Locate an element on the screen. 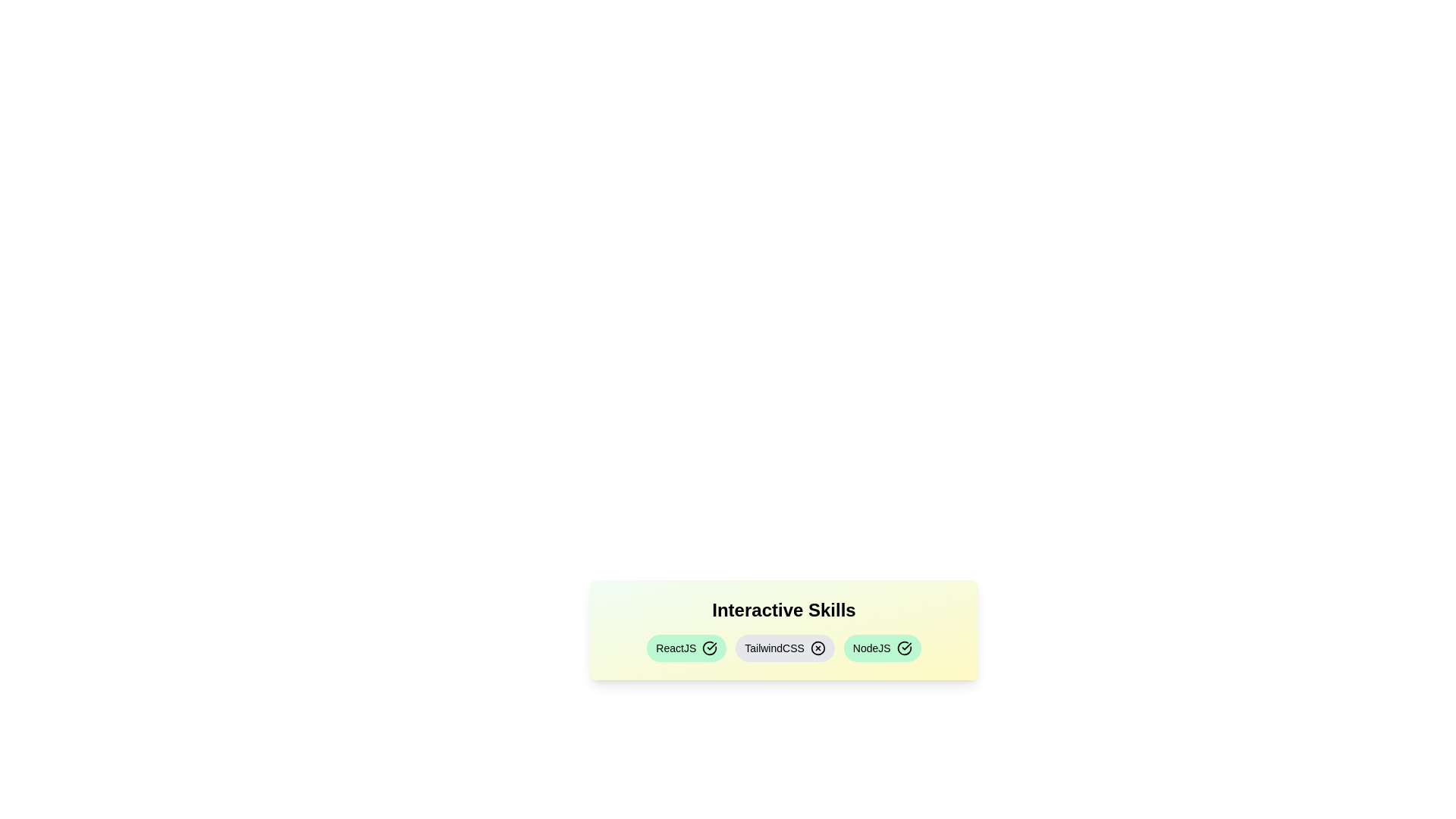 Image resolution: width=1456 pixels, height=819 pixels. the chip labeled TailwindCSS is located at coordinates (785, 648).